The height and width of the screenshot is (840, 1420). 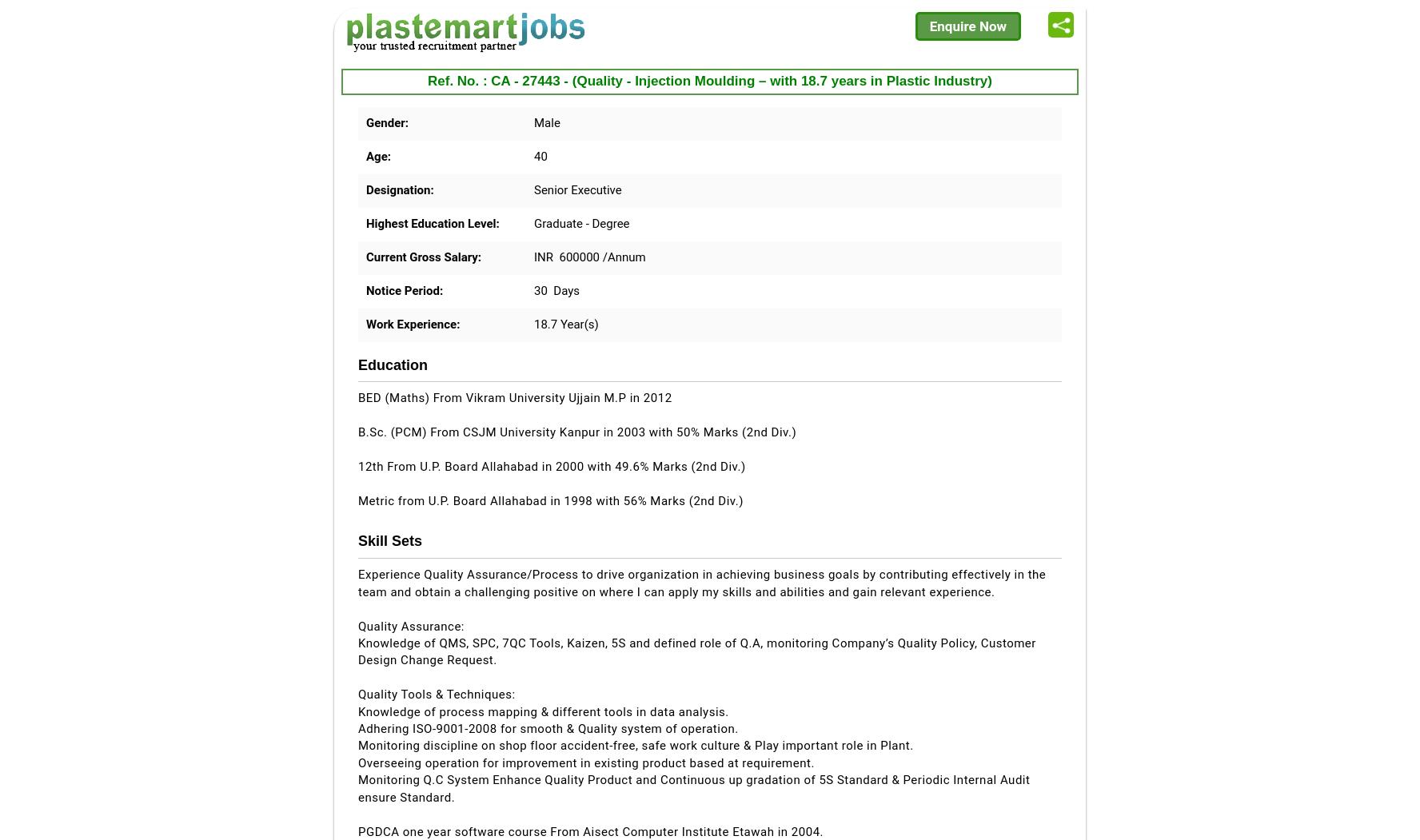 I want to click on 'BED (Maths) From Vikram University Ujjain M.P in 2012', so click(x=513, y=397).